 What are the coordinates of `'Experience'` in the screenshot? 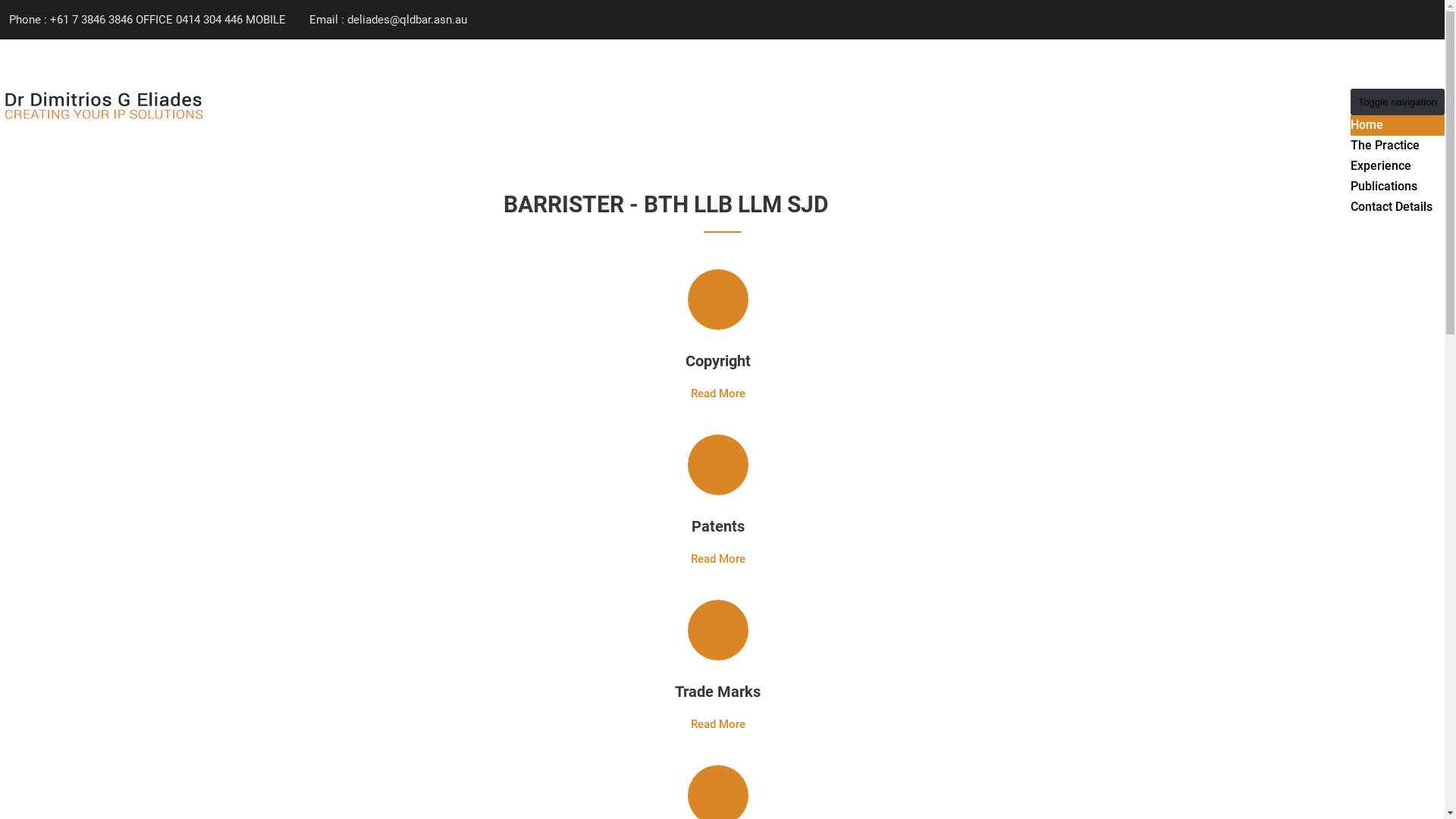 It's located at (1380, 165).